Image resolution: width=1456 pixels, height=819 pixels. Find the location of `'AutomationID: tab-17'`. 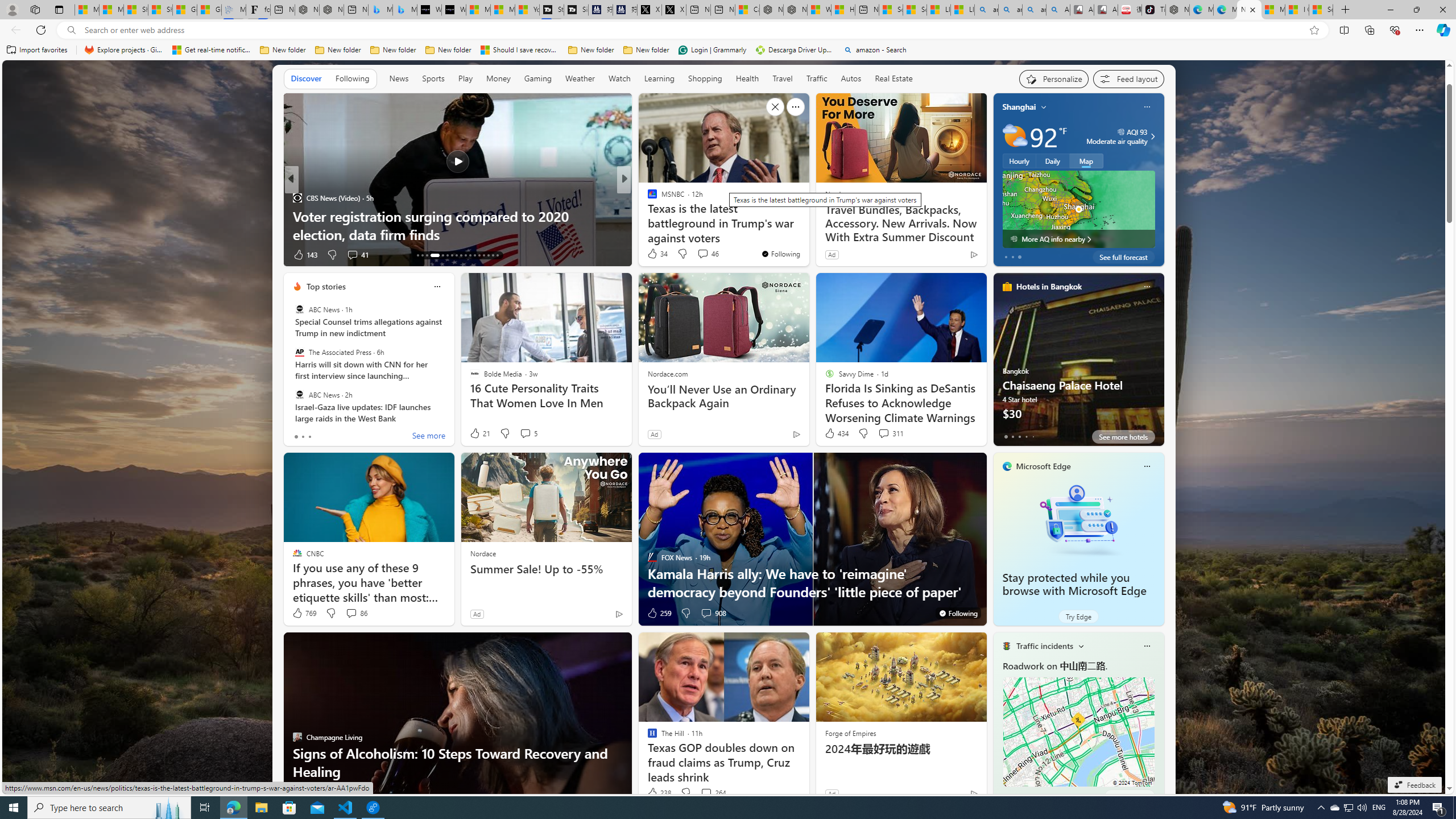

'AutomationID: tab-17' is located at coordinates (440, 255).